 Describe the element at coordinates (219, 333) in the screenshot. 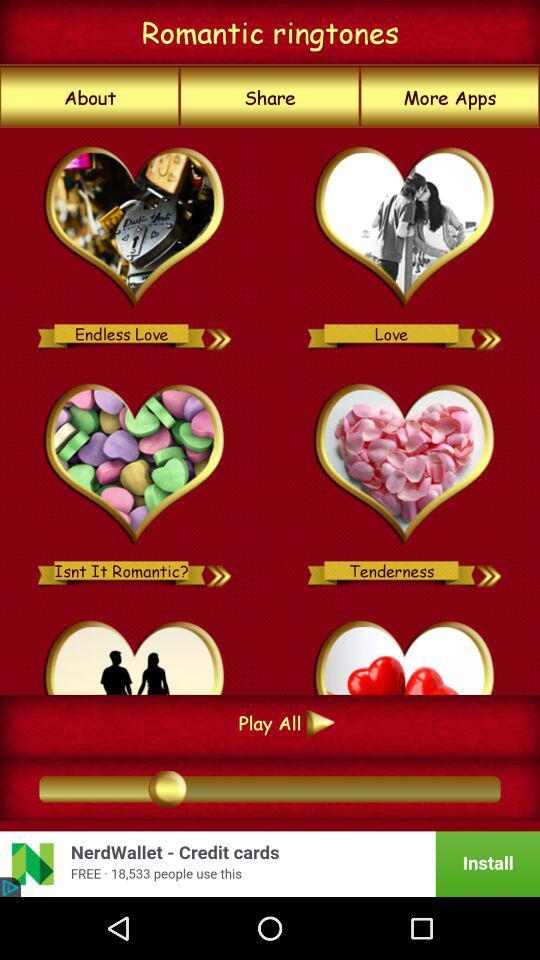

I see `go forward` at that location.